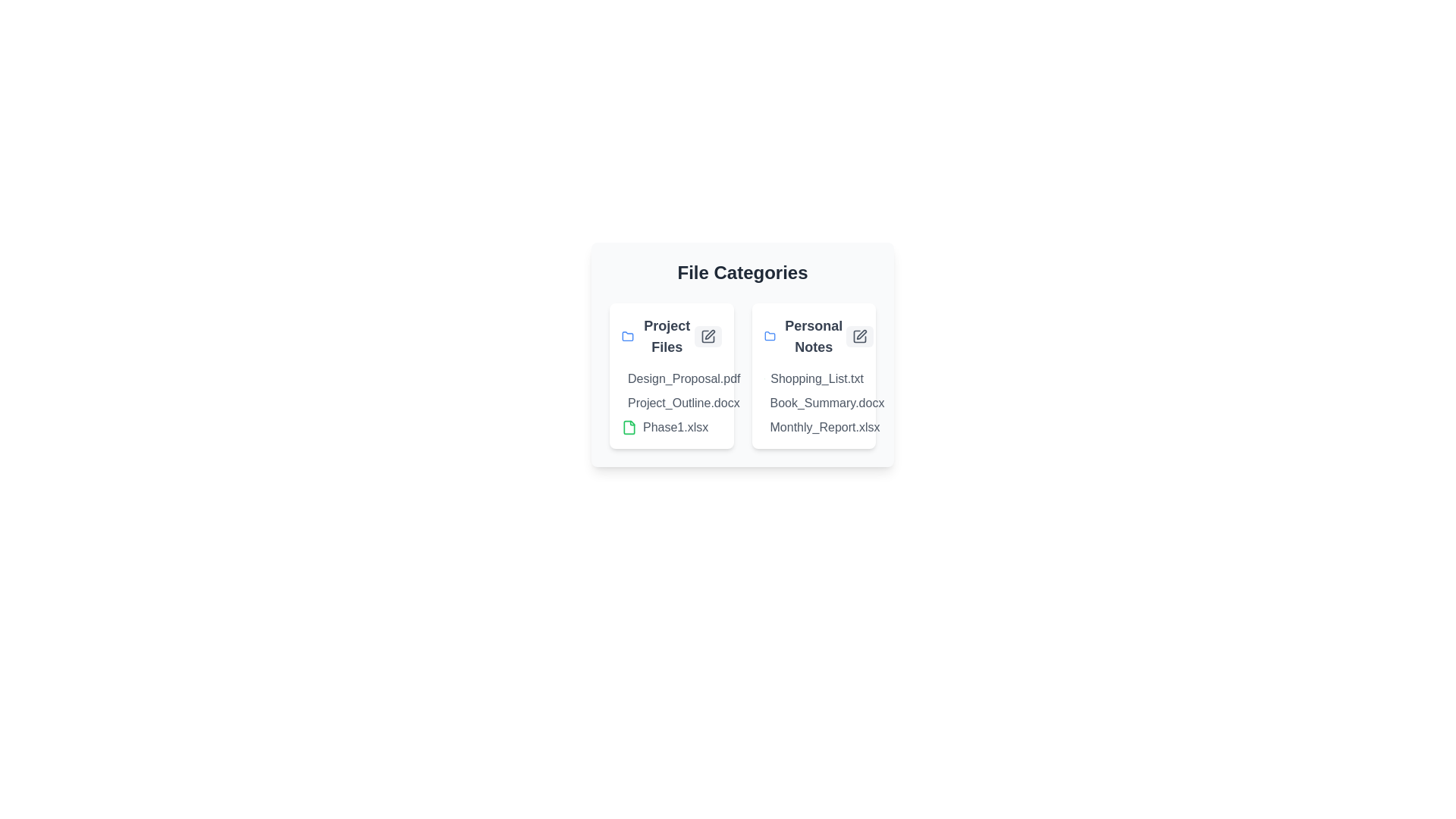 The image size is (1456, 819). What do you see at coordinates (622, 427) in the screenshot?
I see `the text of the document named Phase1.xlsx in the list` at bounding box center [622, 427].